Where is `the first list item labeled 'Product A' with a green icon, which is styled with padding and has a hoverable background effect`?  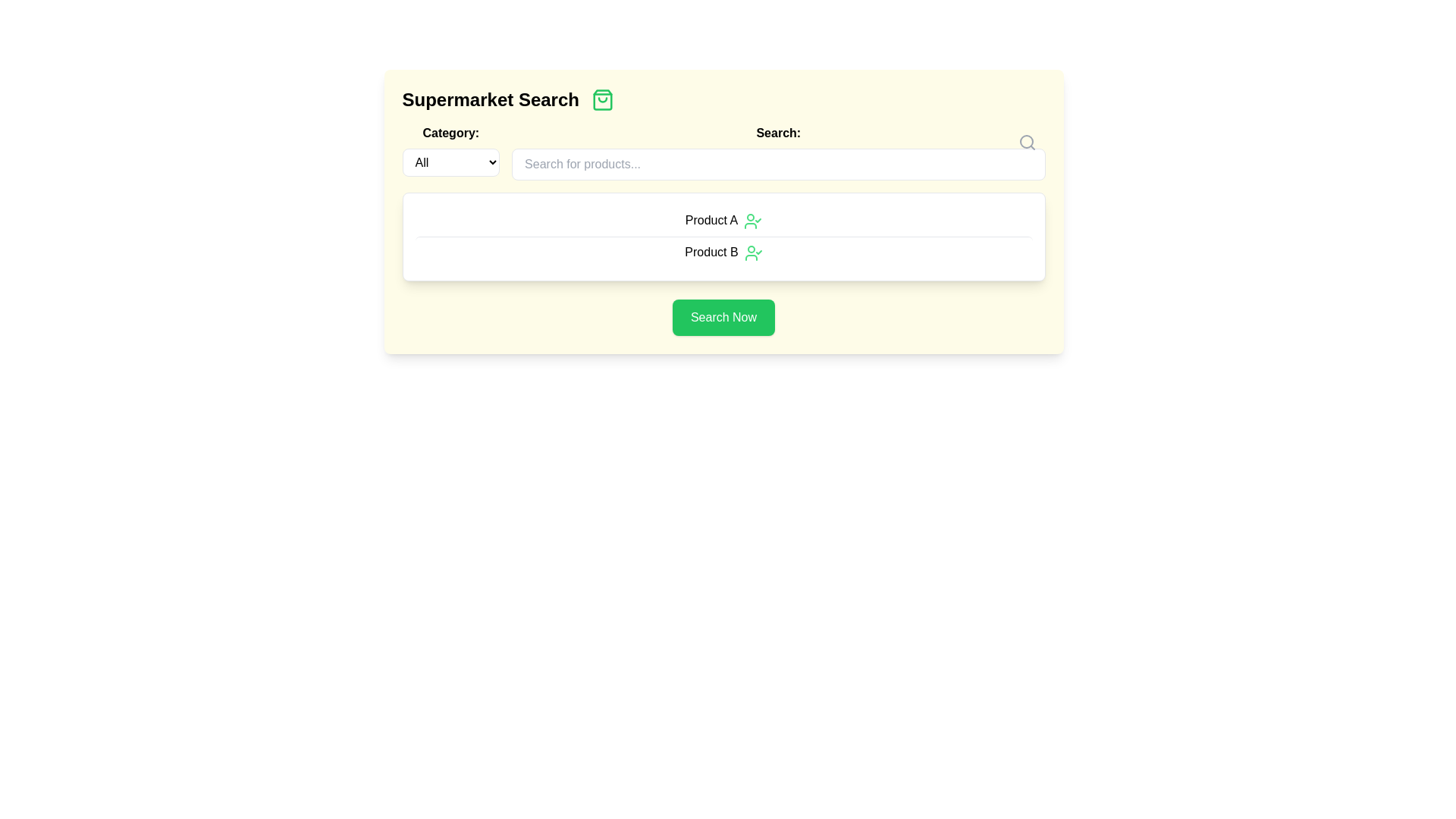
the first list item labeled 'Product A' with a green icon, which is styled with padding and has a hoverable background effect is located at coordinates (723, 221).